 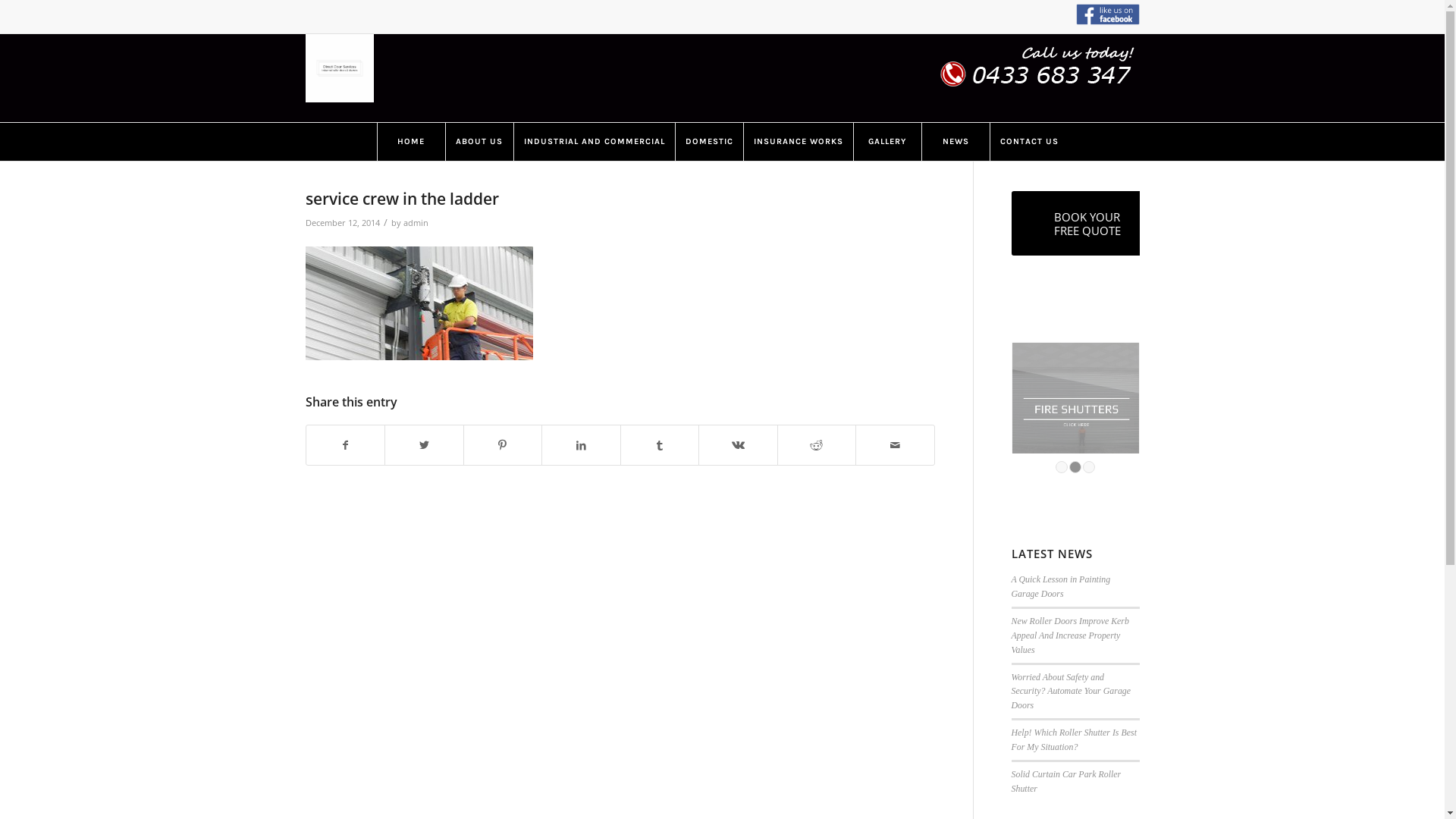 I want to click on 'A Quick Lesson in Painting Garage Doors', so click(x=1060, y=585).